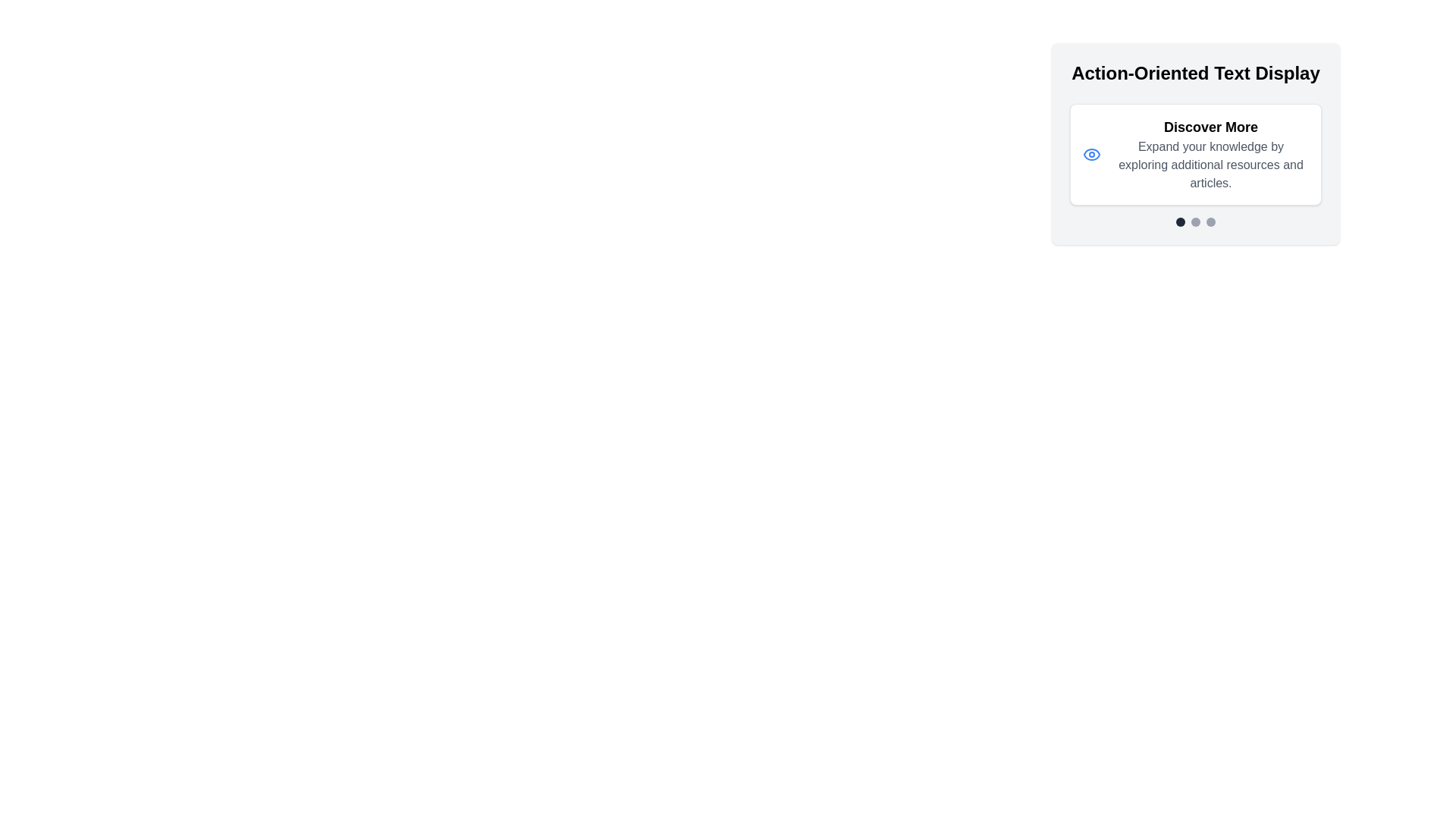  Describe the element at coordinates (1195, 222) in the screenshot. I see `the pagination indicators located at the bottom of the 'Action-Oriented Text Display' card to understand the current state or step` at that location.